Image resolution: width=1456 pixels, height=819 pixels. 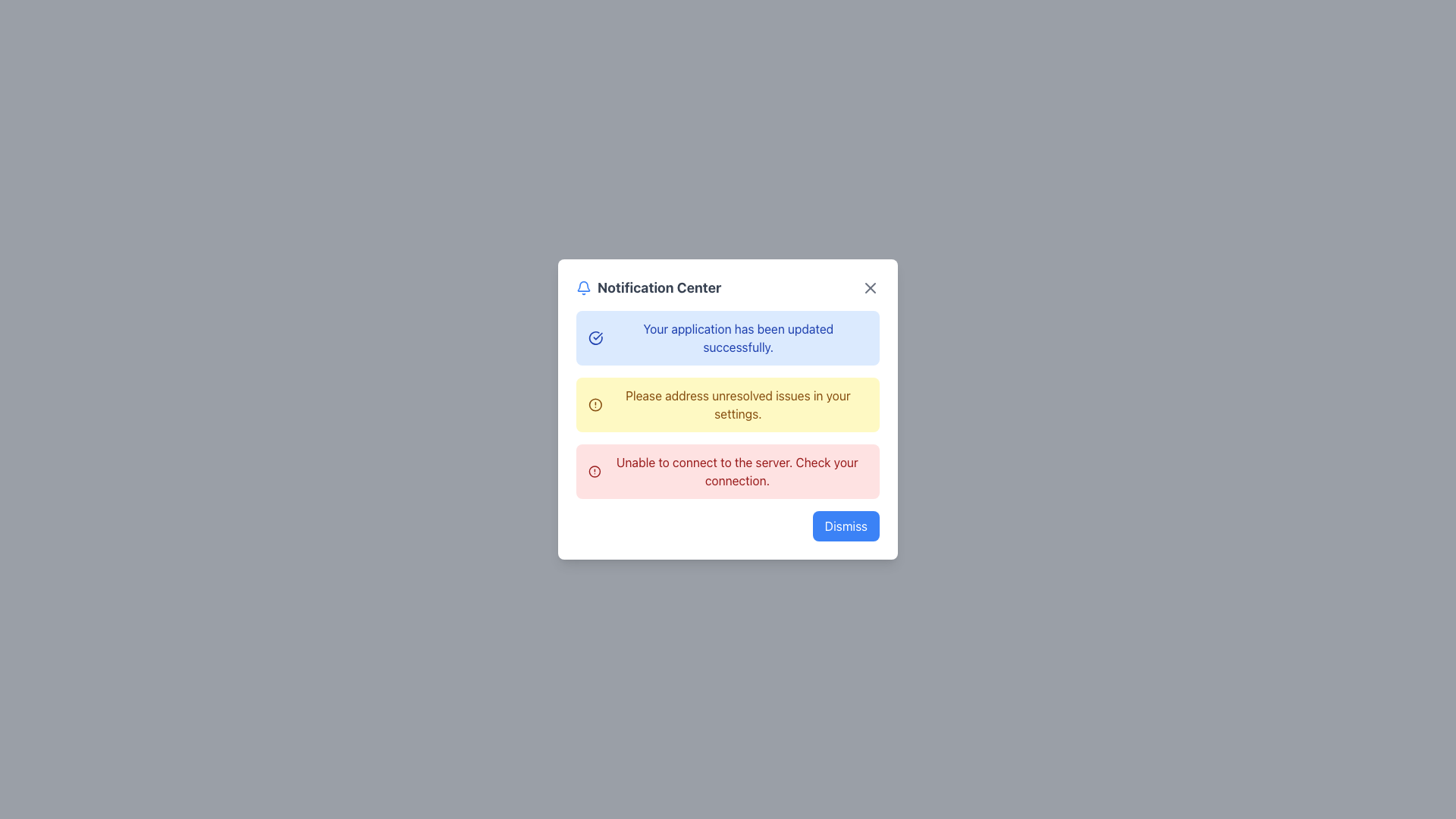 I want to click on the close button (X icon) in the top-right corner of the 'Notification Center' dialog, so click(x=870, y=288).